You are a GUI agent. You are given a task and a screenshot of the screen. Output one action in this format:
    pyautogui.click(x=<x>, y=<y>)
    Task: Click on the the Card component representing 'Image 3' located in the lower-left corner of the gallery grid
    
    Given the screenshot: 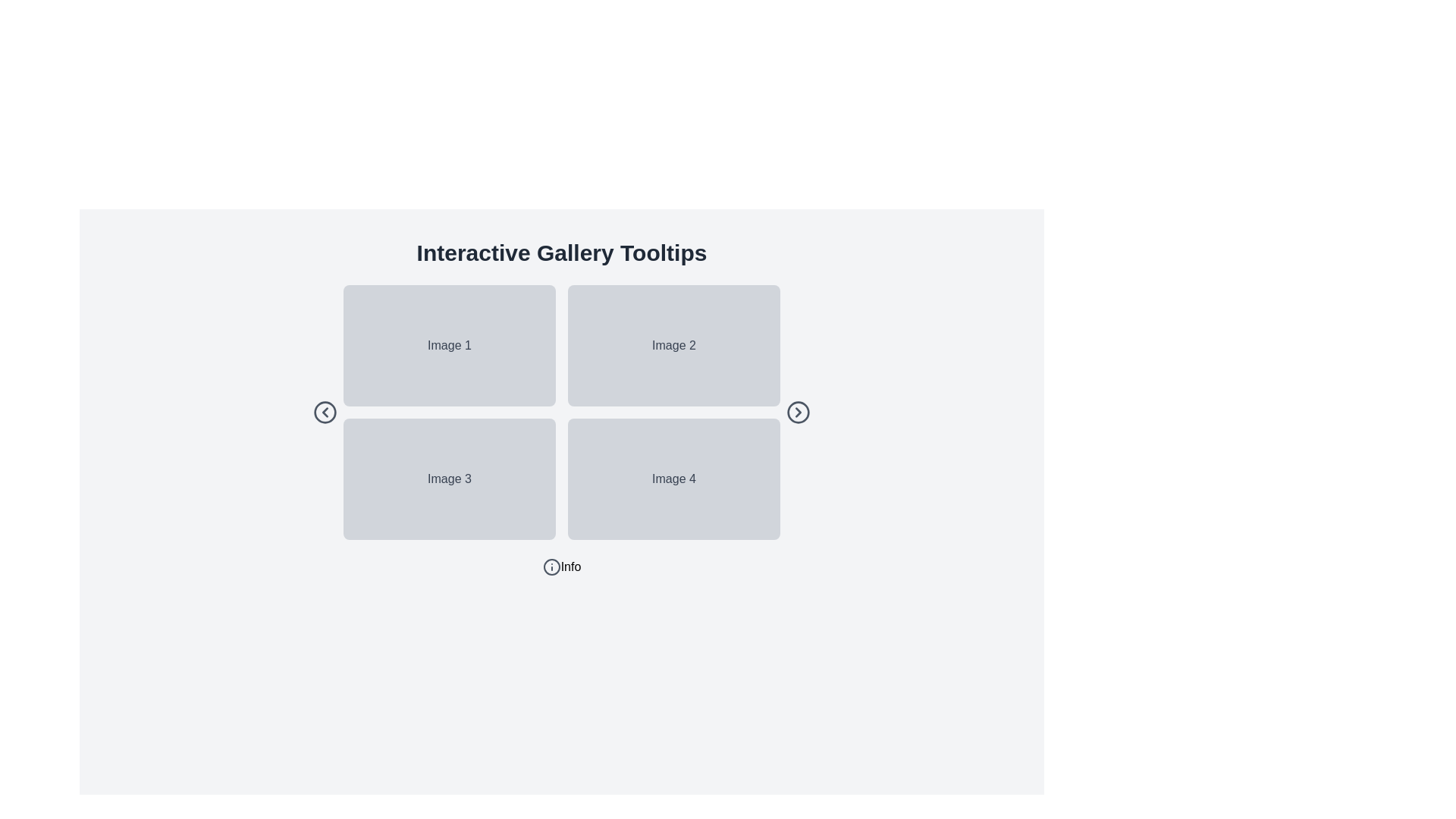 What is the action you would take?
    pyautogui.click(x=449, y=479)
    